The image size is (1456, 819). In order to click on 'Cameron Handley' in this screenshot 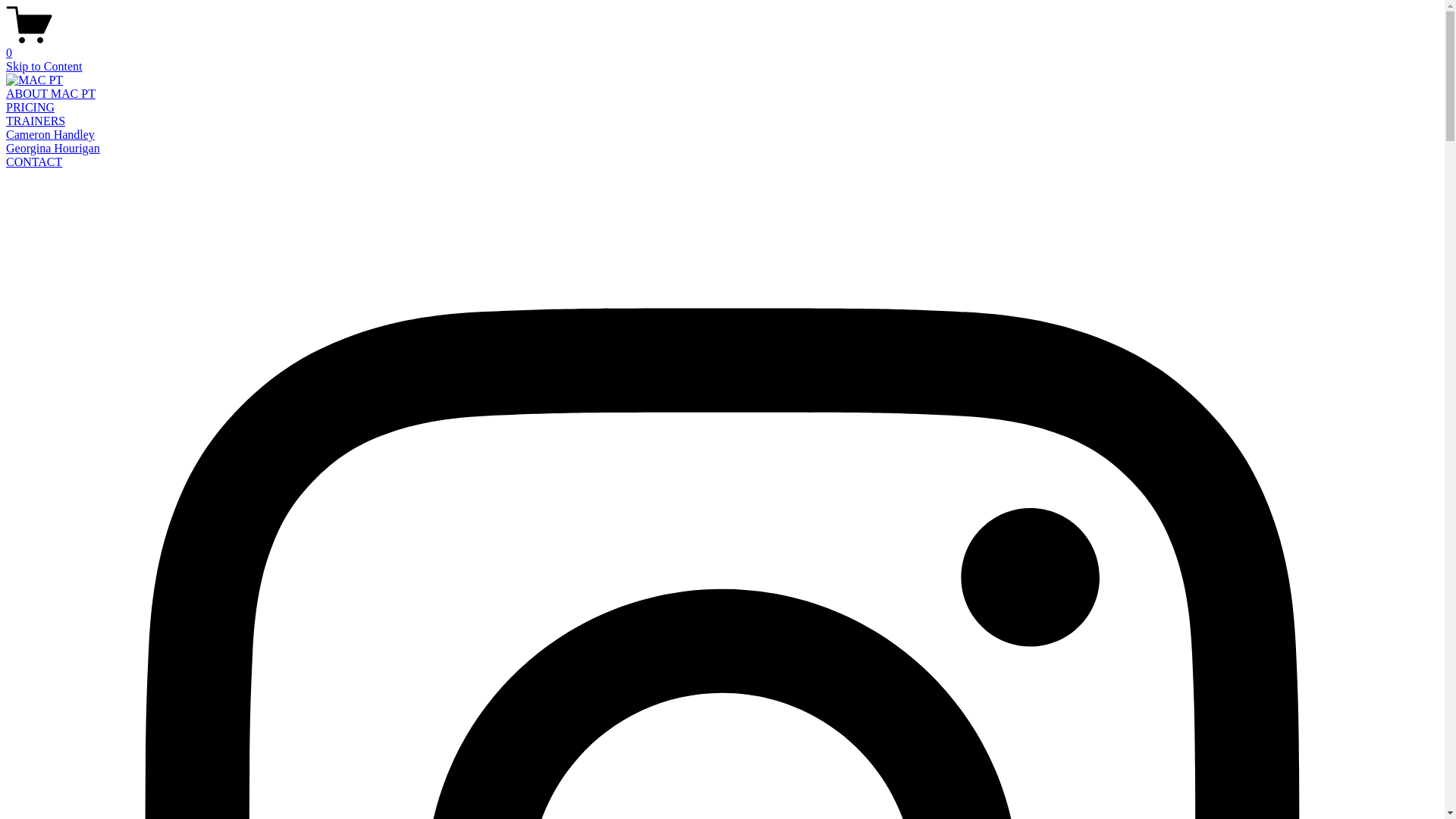, I will do `click(50, 133)`.